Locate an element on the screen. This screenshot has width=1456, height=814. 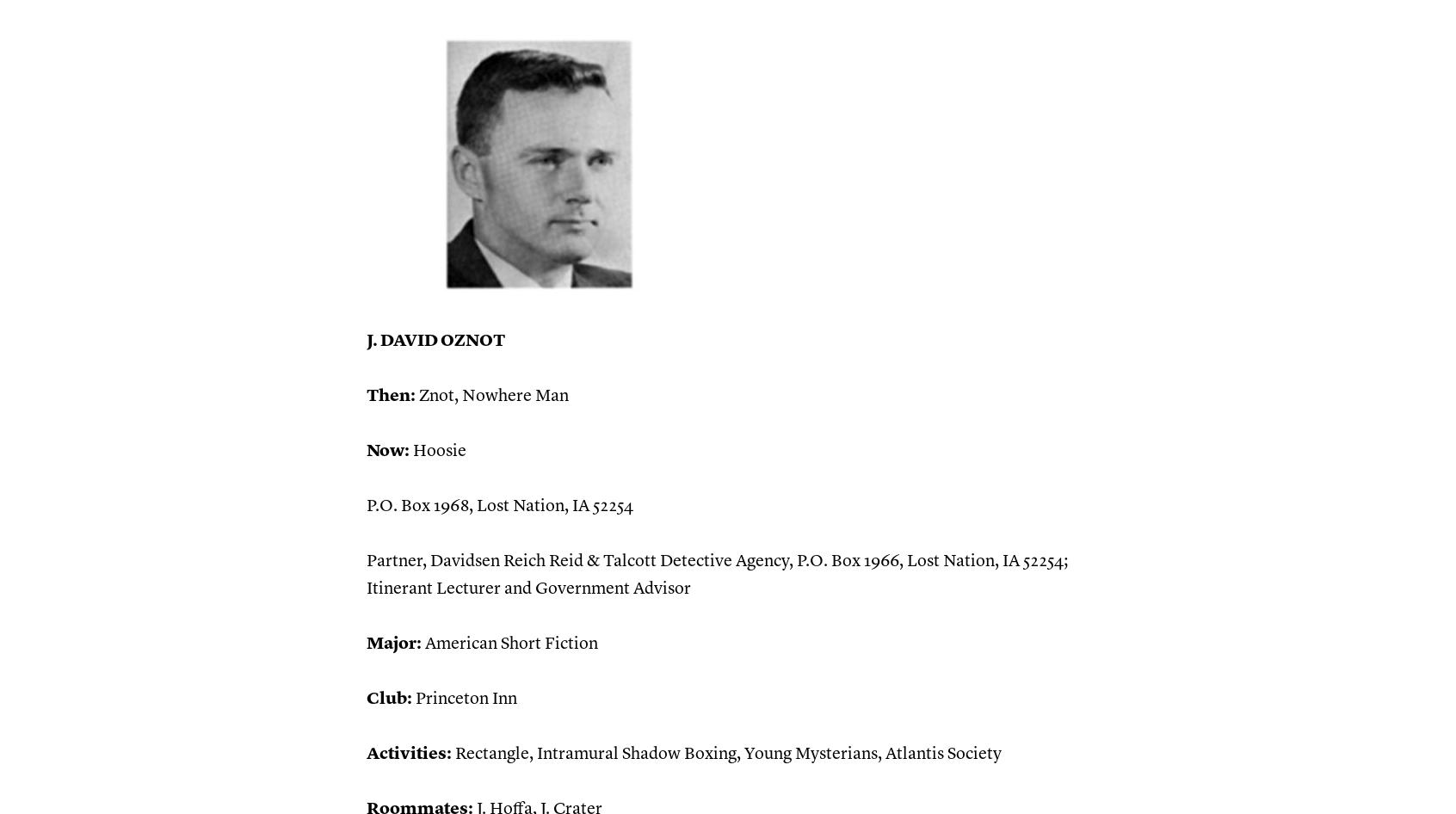
'Now:' is located at coordinates (386, 450).